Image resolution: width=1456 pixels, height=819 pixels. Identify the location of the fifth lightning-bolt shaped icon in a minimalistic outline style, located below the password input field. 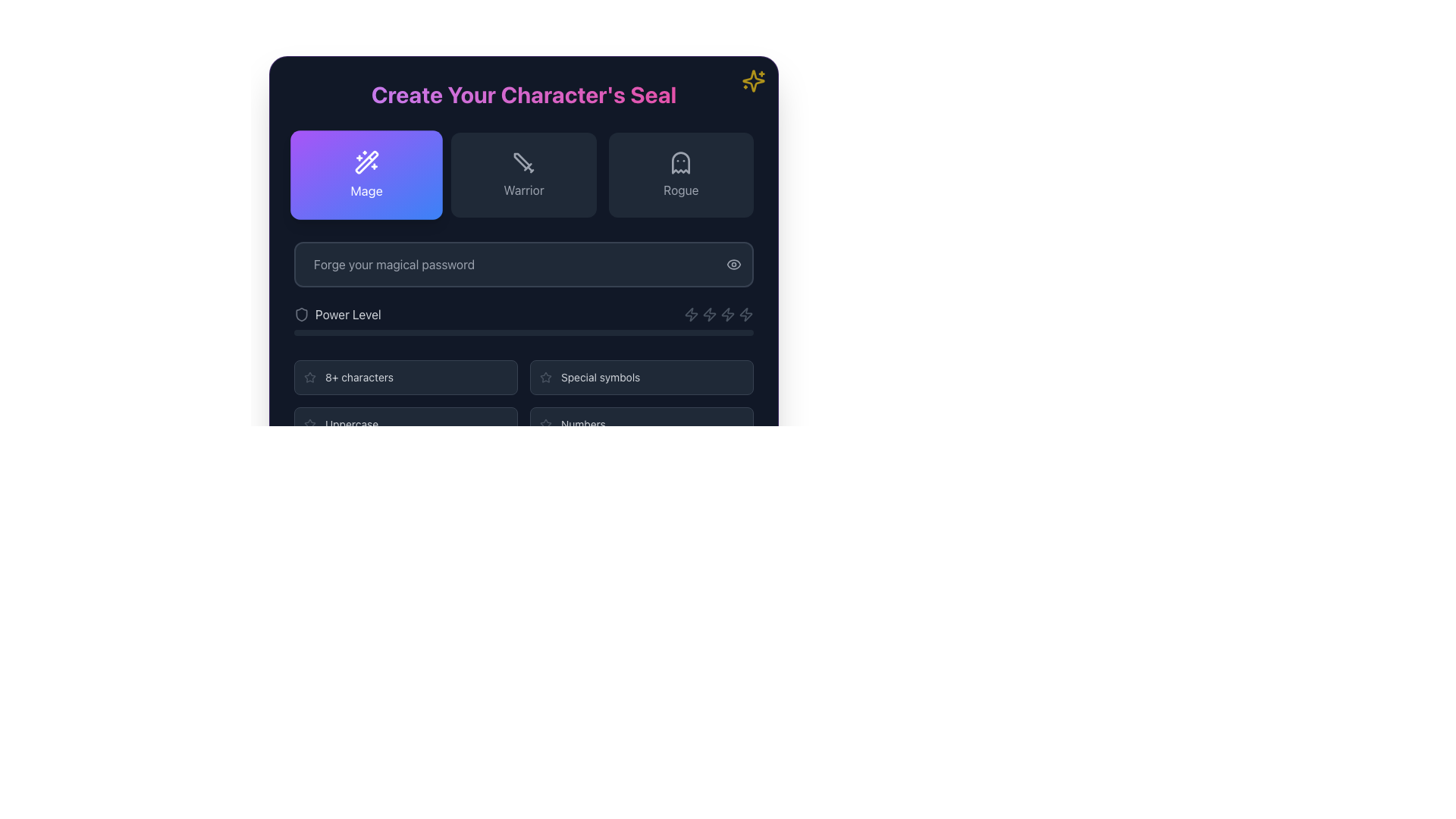
(728, 314).